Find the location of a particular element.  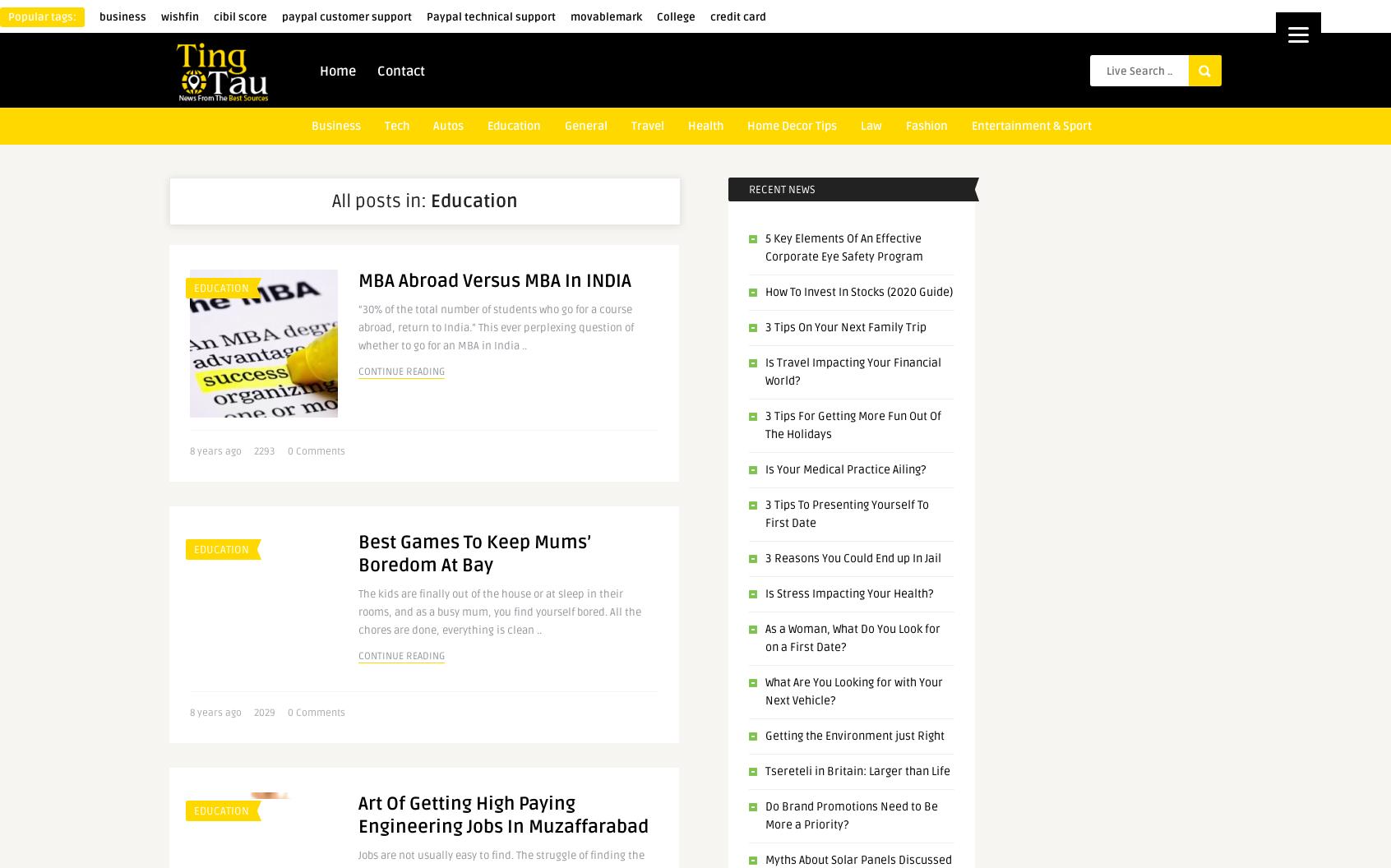

'The kids are finally out of the house or at sleep in their rooms, and as a busy mum, you find yourself bored. All the chores are done, everything is clean ..' is located at coordinates (498, 612).